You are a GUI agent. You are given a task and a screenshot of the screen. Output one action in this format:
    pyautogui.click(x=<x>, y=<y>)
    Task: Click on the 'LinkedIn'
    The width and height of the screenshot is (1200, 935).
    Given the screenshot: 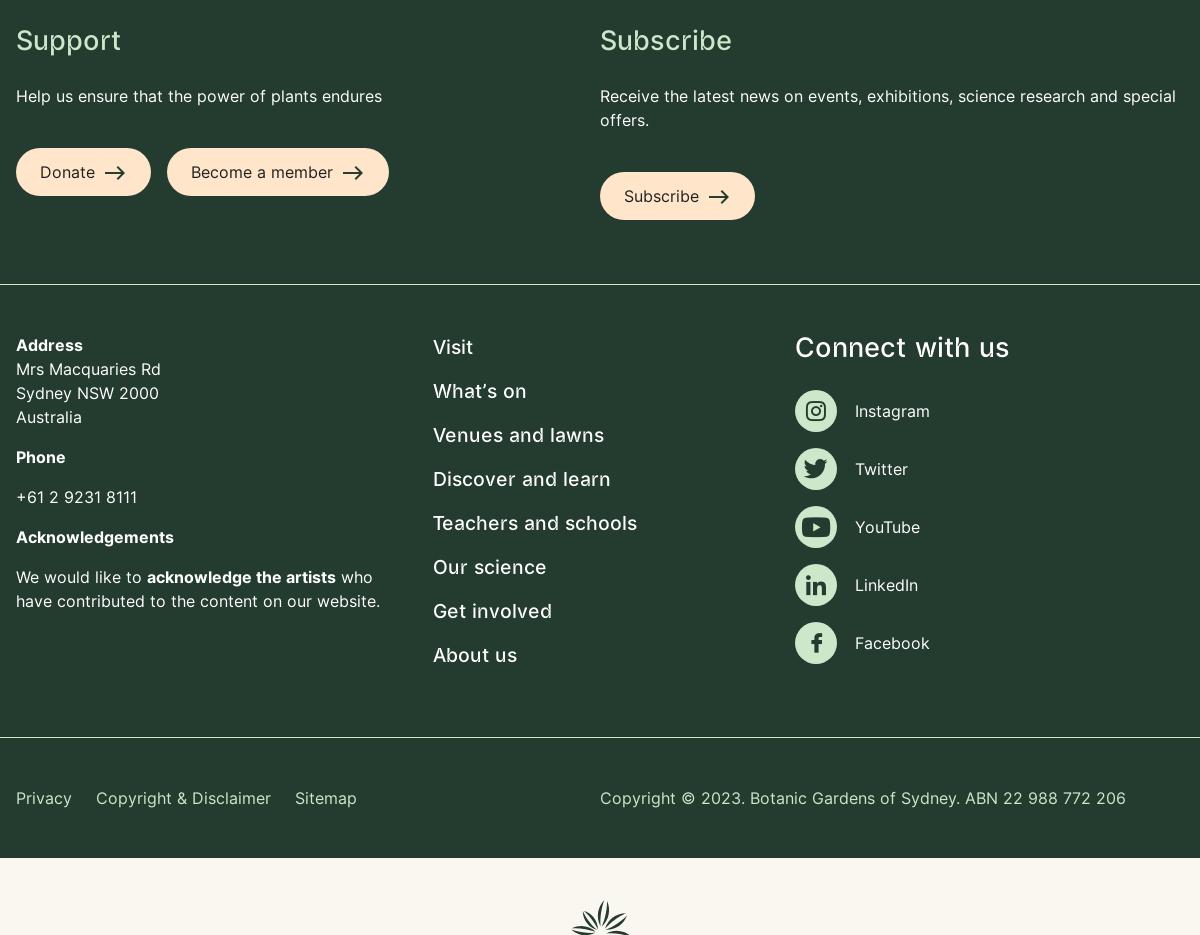 What is the action you would take?
    pyautogui.click(x=854, y=585)
    